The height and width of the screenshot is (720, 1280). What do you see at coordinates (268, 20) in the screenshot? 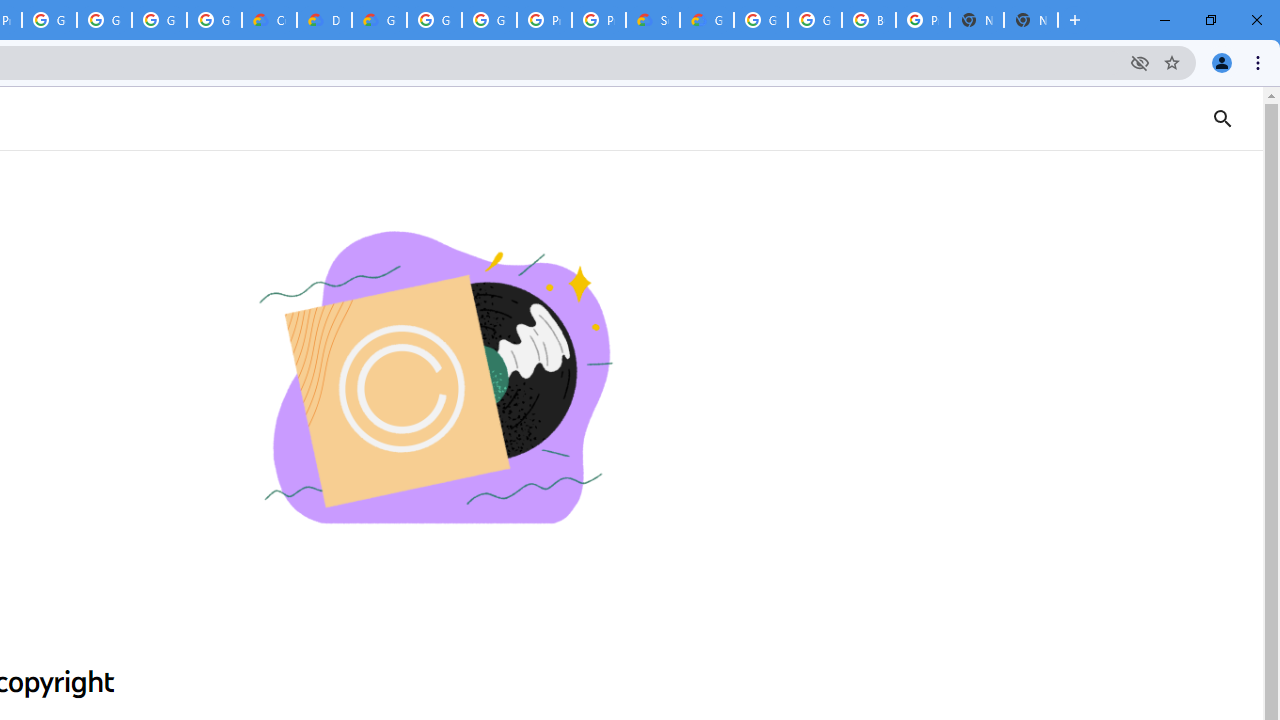
I see `'Customer Care | Google Cloud'` at bounding box center [268, 20].